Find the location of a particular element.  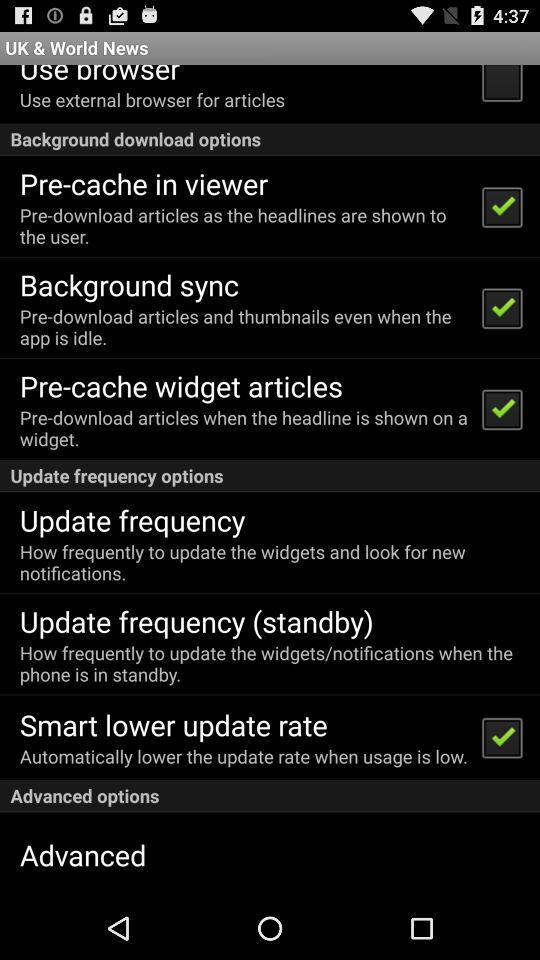

background sync item is located at coordinates (129, 283).